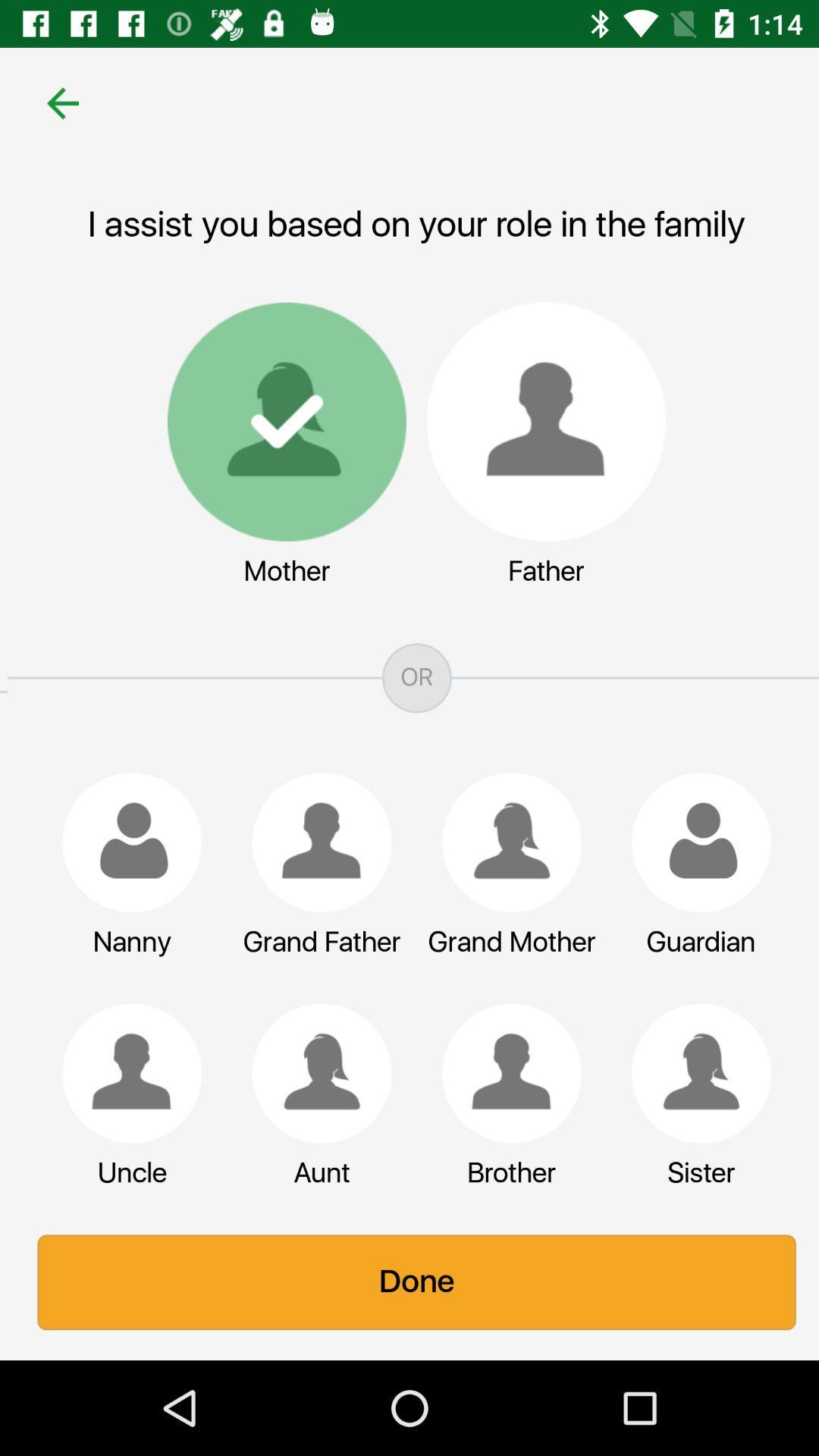 The height and width of the screenshot is (1456, 819). Describe the element at coordinates (409, 1282) in the screenshot. I see `icon below the uncle` at that location.